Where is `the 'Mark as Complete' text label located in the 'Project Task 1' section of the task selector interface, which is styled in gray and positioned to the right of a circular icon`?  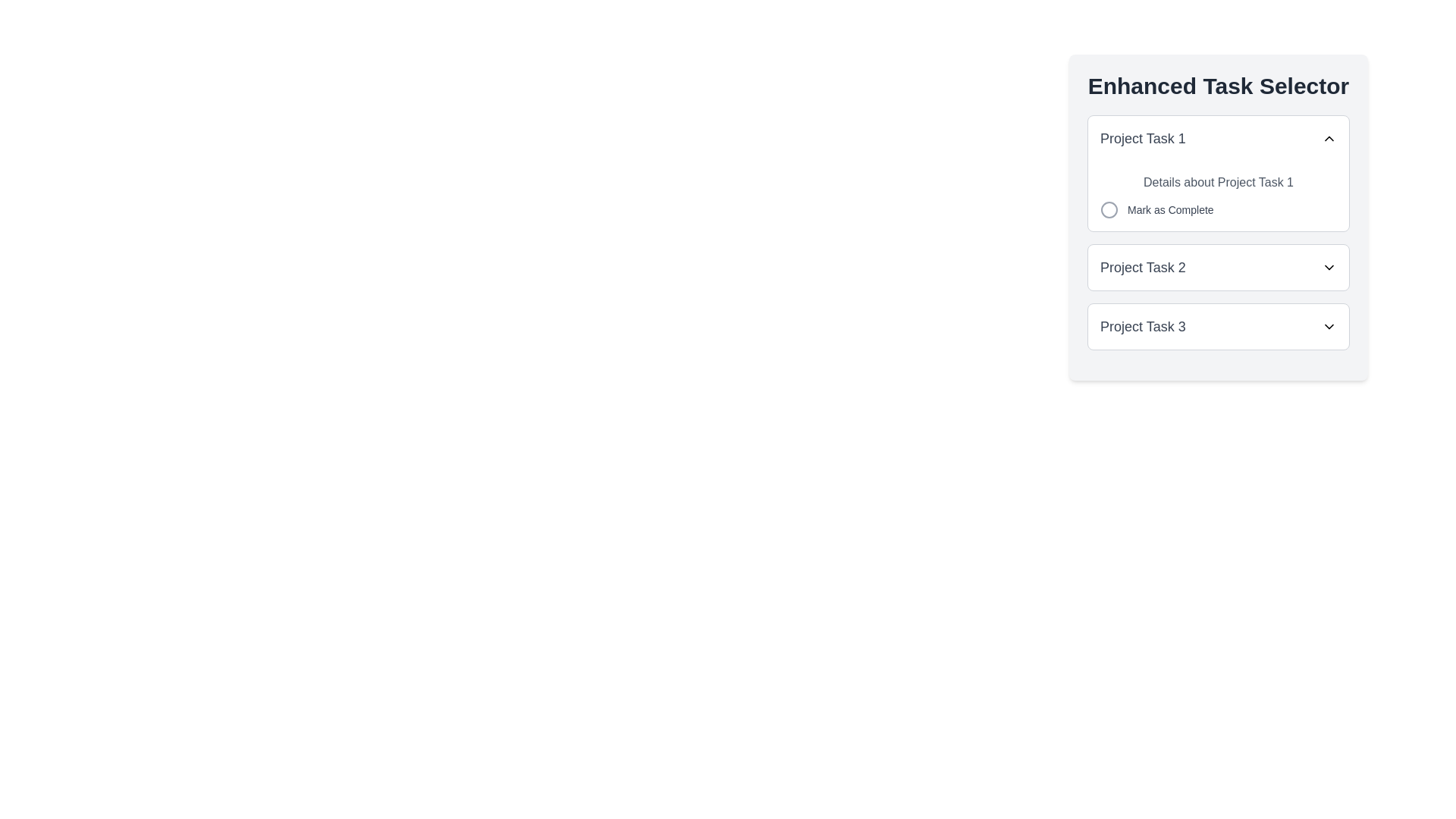
the 'Mark as Complete' text label located in the 'Project Task 1' section of the task selector interface, which is styled in gray and positioned to the right of a circular icon is located at coordinates (1169, 210).